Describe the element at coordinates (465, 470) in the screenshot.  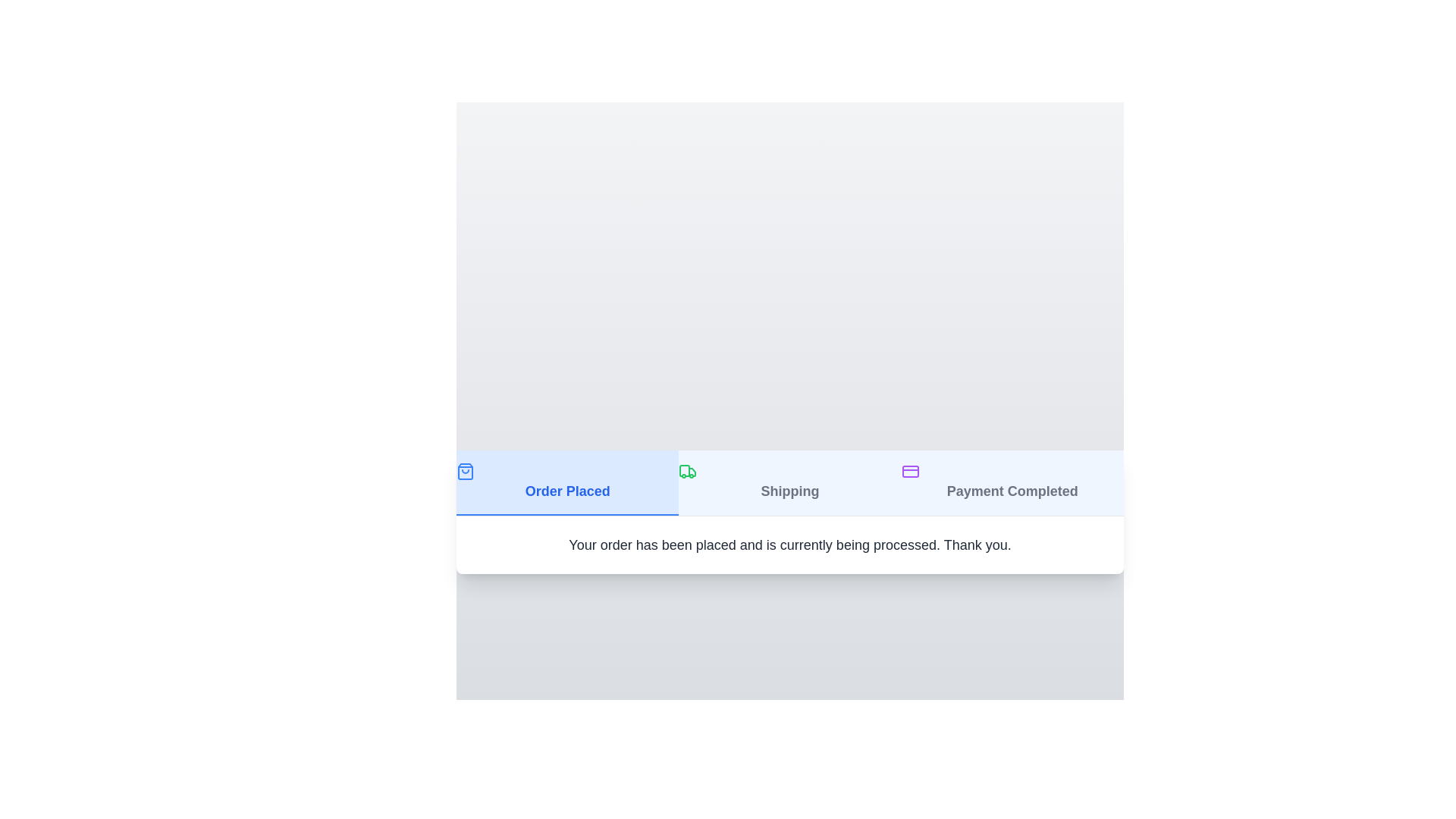
I see `the graphical icon of the Order Placed tab` at that location.